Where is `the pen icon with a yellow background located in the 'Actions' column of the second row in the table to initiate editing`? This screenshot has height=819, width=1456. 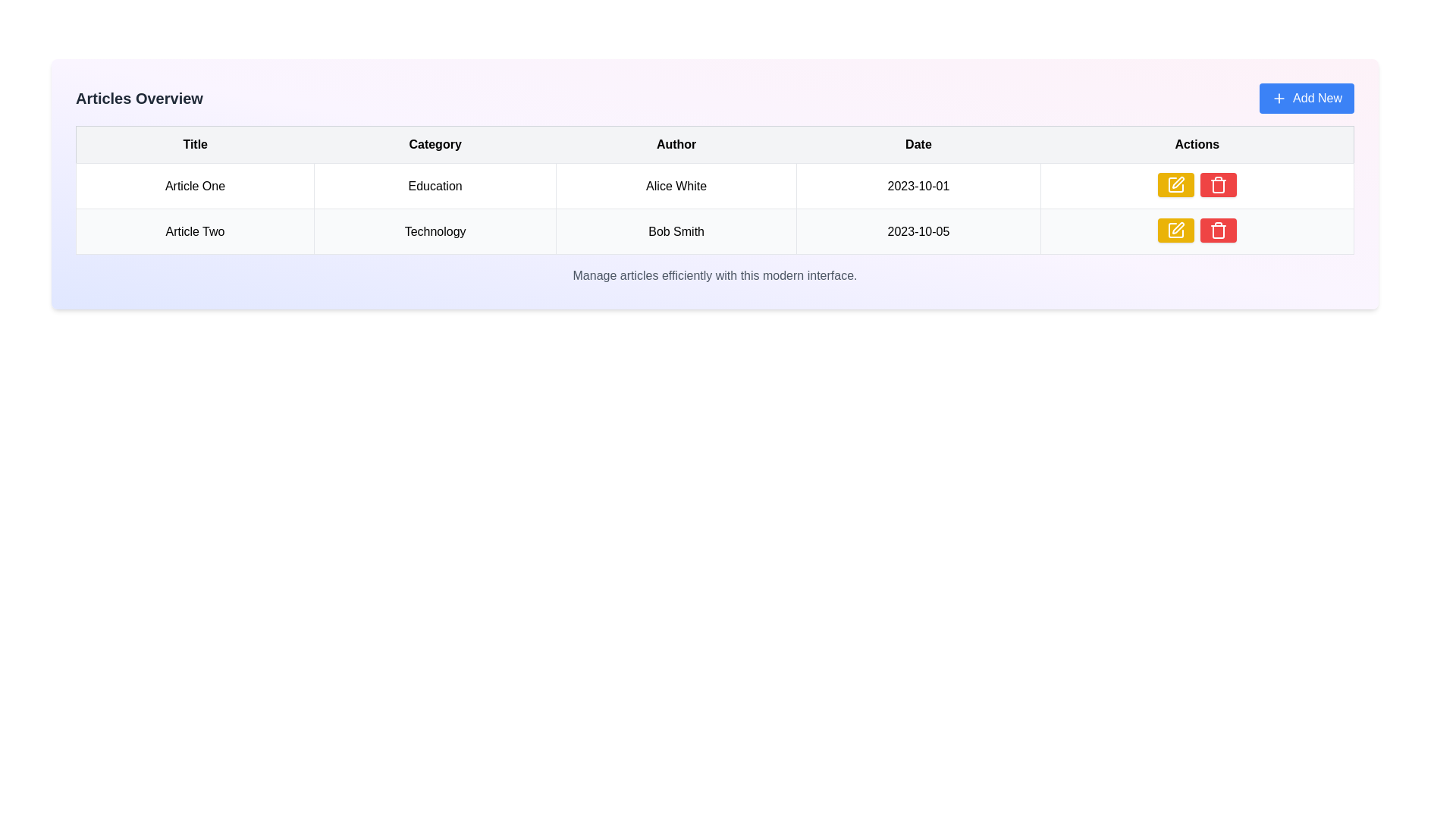
the pen icon with a yellow background located in the 'Actions' column of the second row in the table to initiate editing is located at coordinates (1177, 227).